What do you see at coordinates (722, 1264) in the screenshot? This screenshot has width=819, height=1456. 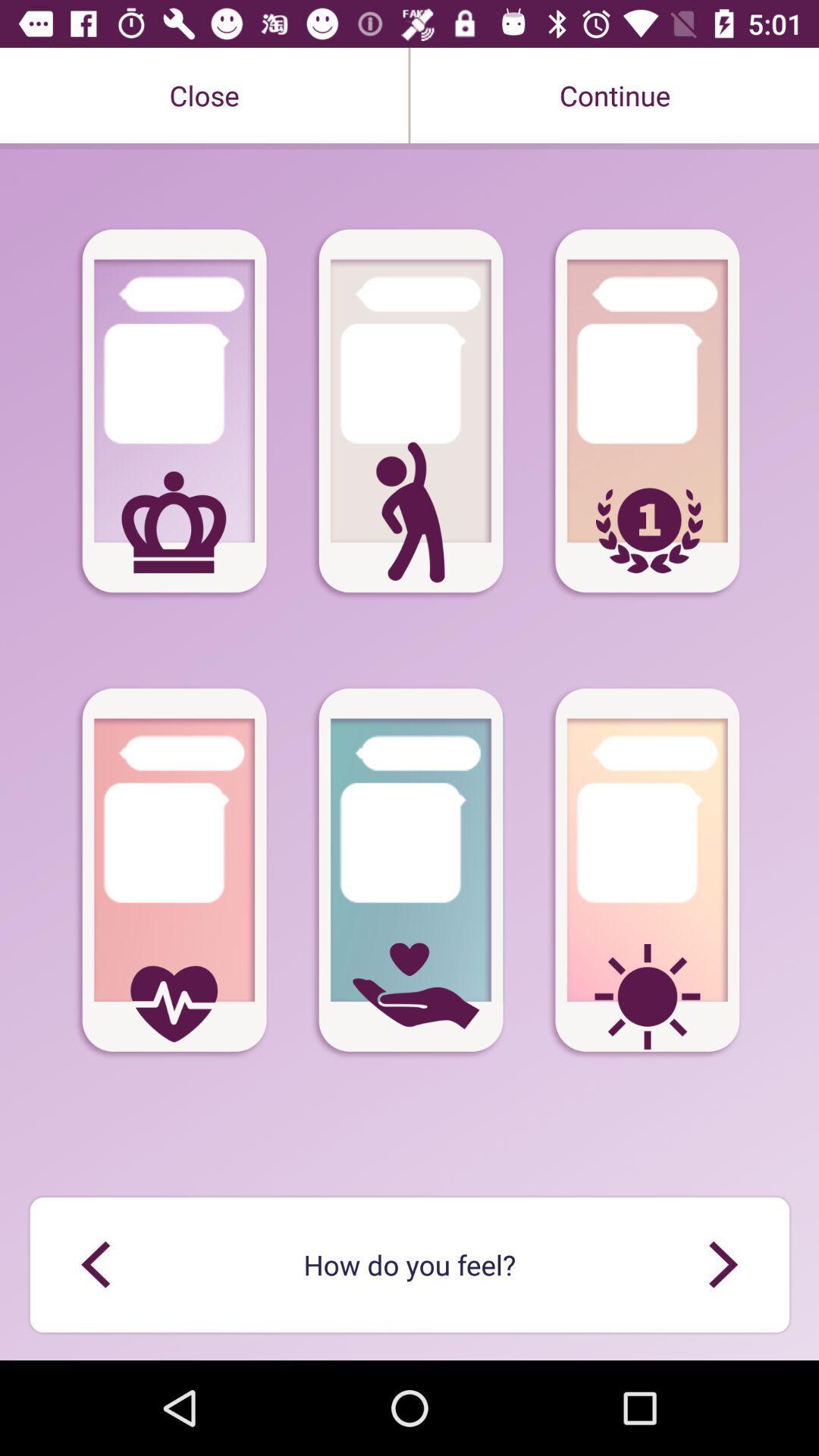 I see `the arrow_forward icon` at bounding box center [722, 1264].